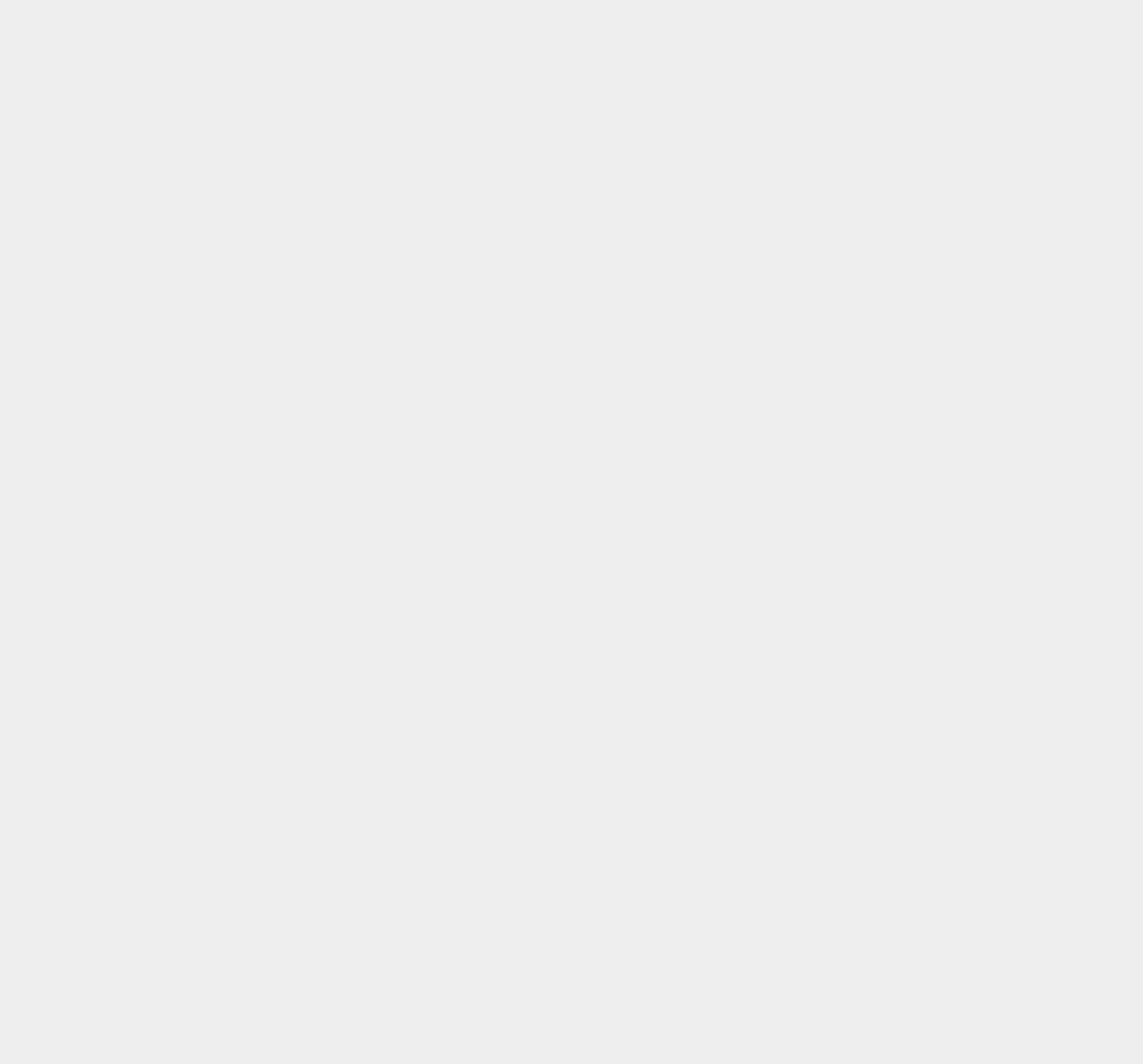 The height and width of the screenshot is (1064, 1143). What do you see at coordinates (807, 308) in the screenshot?
I see `'OS X 10.10.3'` at bounding box center [807, 308].